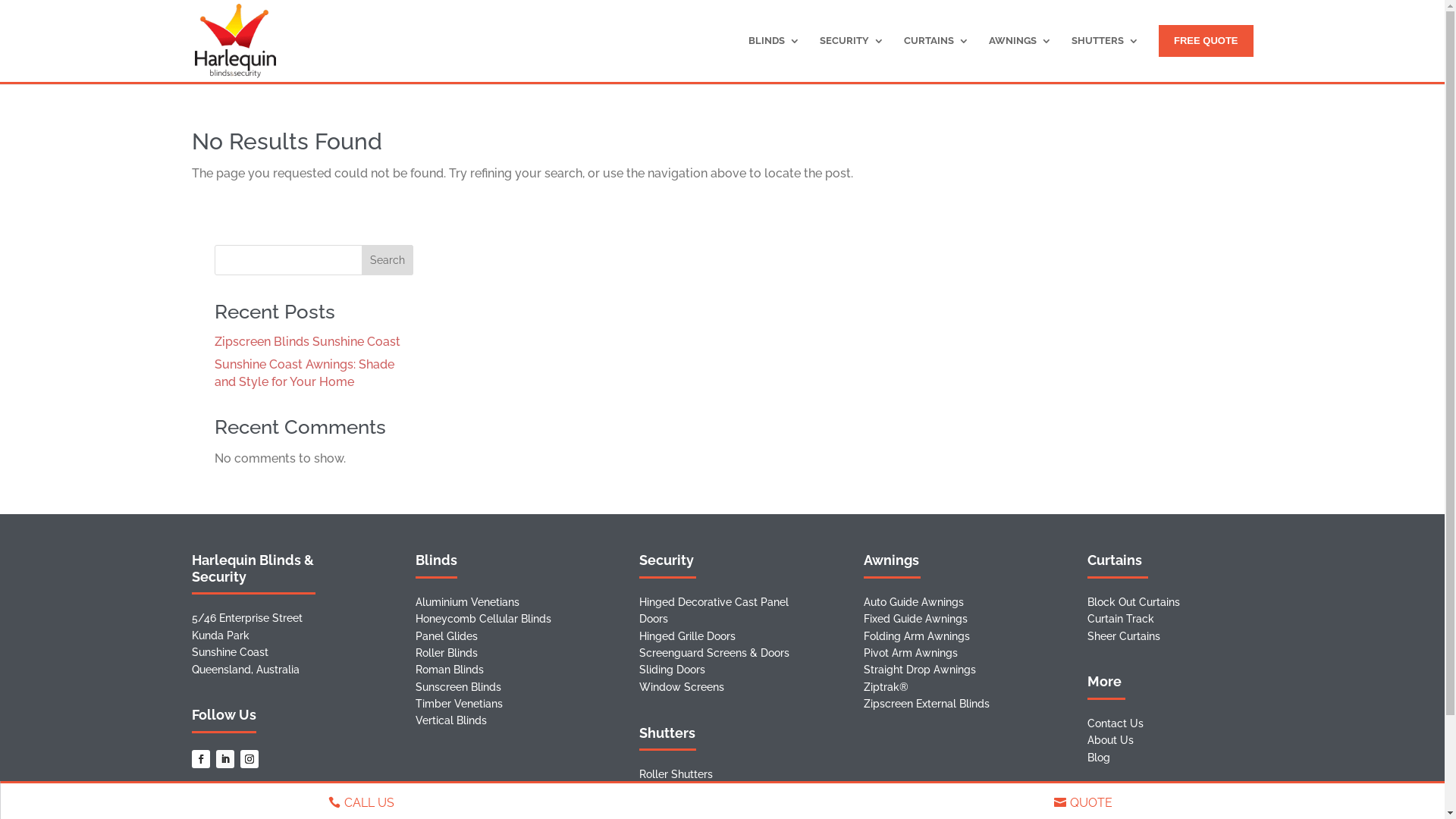 This screenshot has height=819, width=1456. What do you see at coordinates (1133, 601) in the screenshot?
I see `'Block Out Curtains'` at bounding box center [1133, 601].